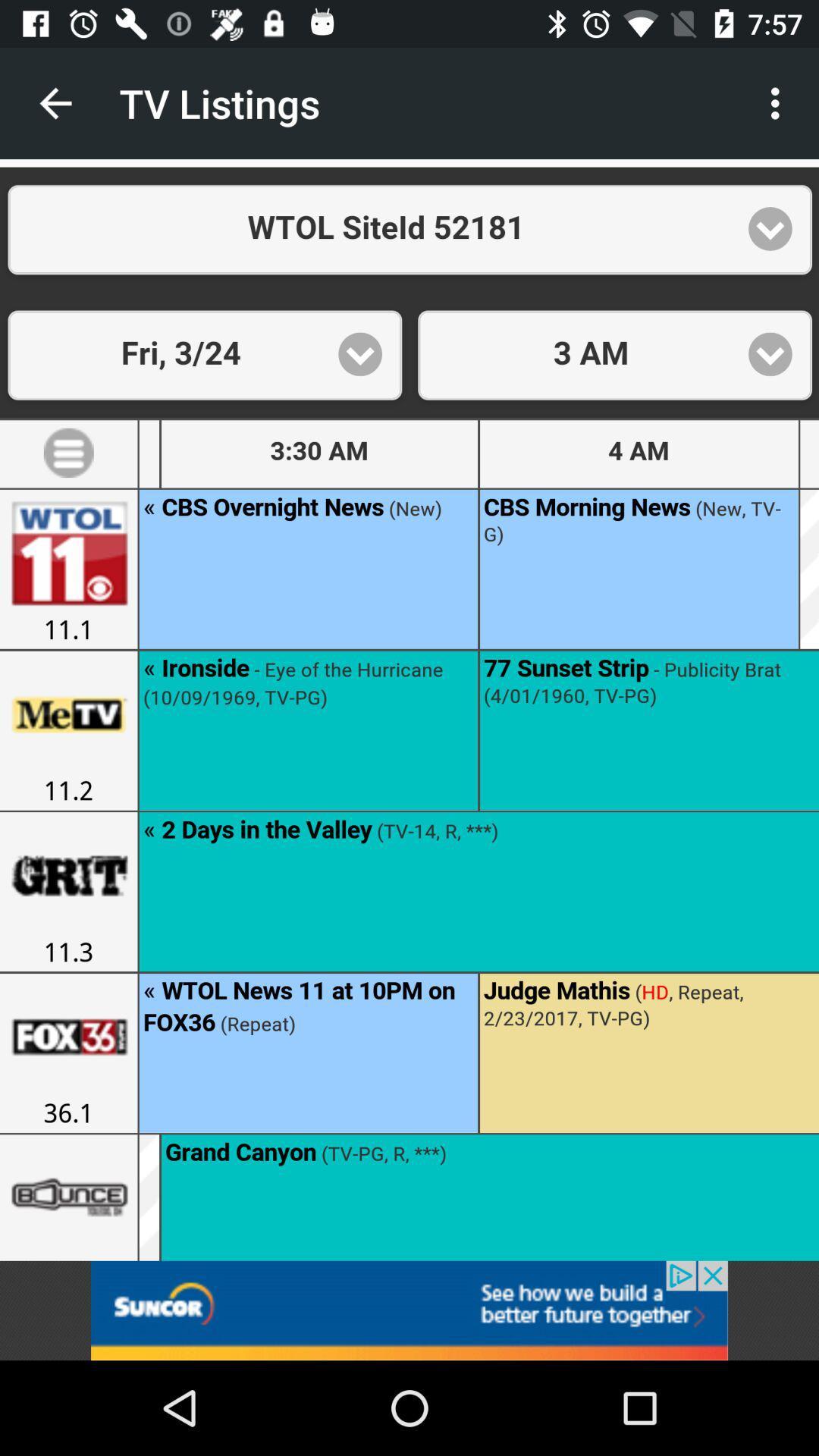 The image size is (819, 1456). What do you see at coordinates (409, 1310) in the screenshot?
I see `the suncor website` at bounding box center [409, 1310].